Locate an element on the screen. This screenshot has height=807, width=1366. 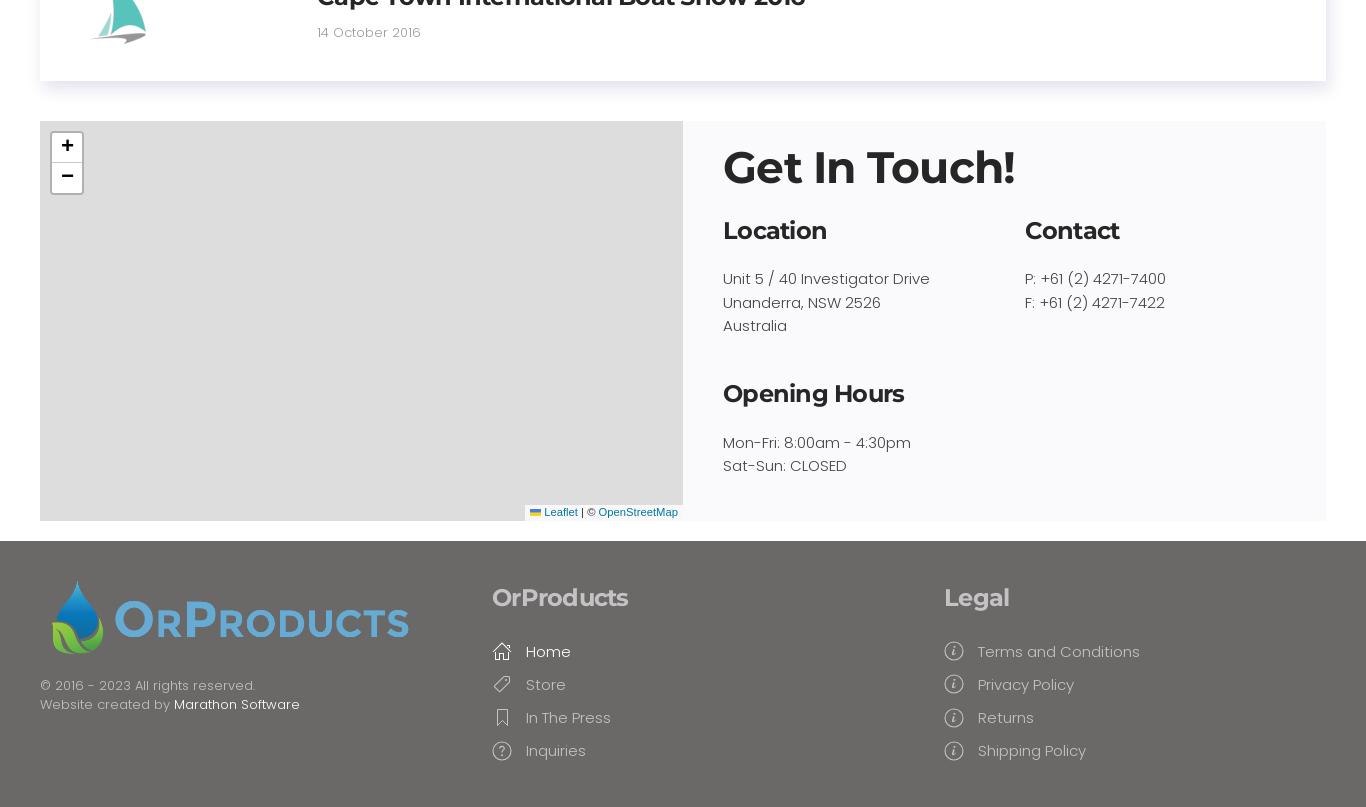
'Opening Hours' is located at coordinates (723, 393).